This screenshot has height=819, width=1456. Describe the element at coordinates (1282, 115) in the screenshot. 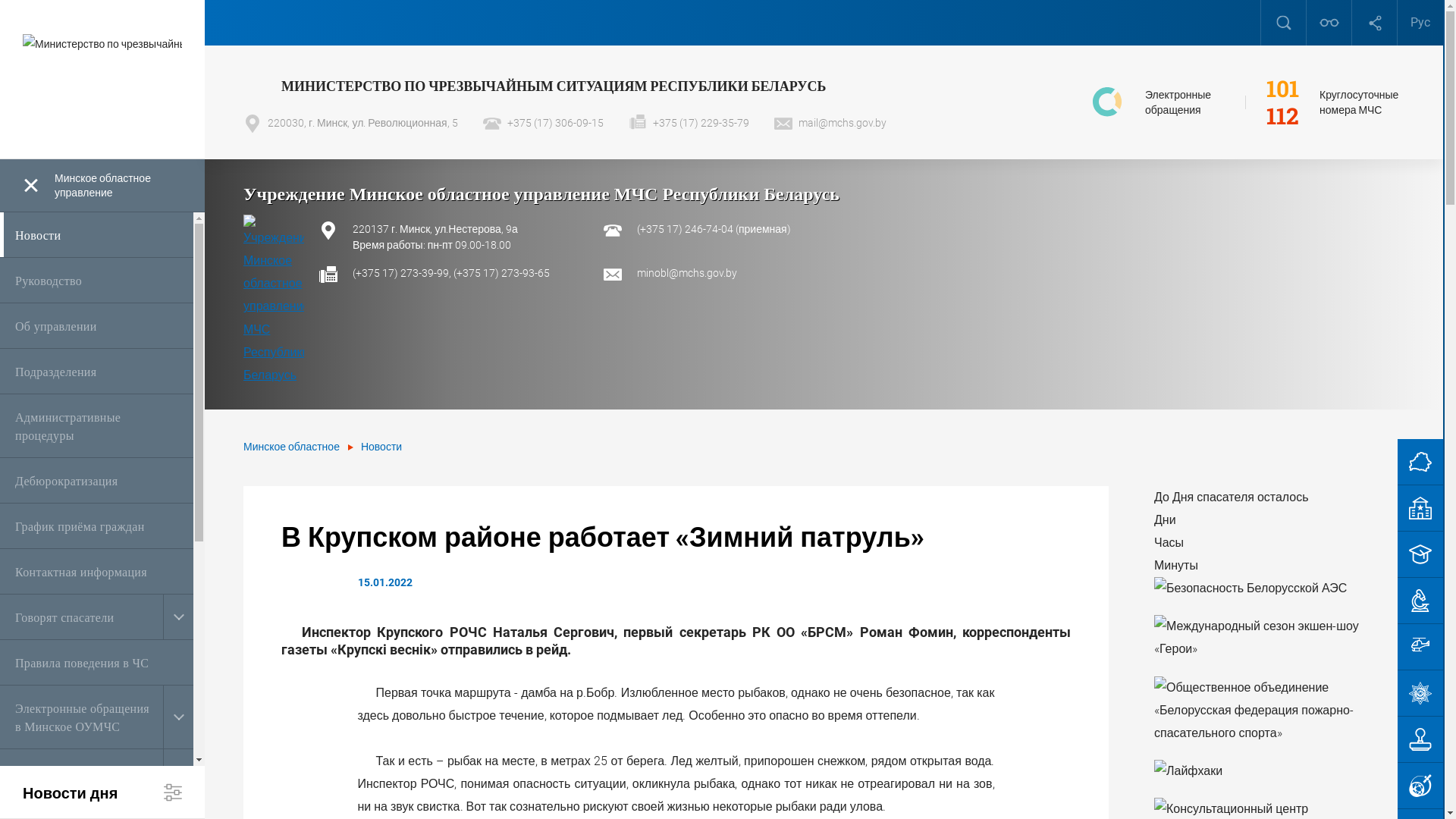

I see `'112'` at that location.